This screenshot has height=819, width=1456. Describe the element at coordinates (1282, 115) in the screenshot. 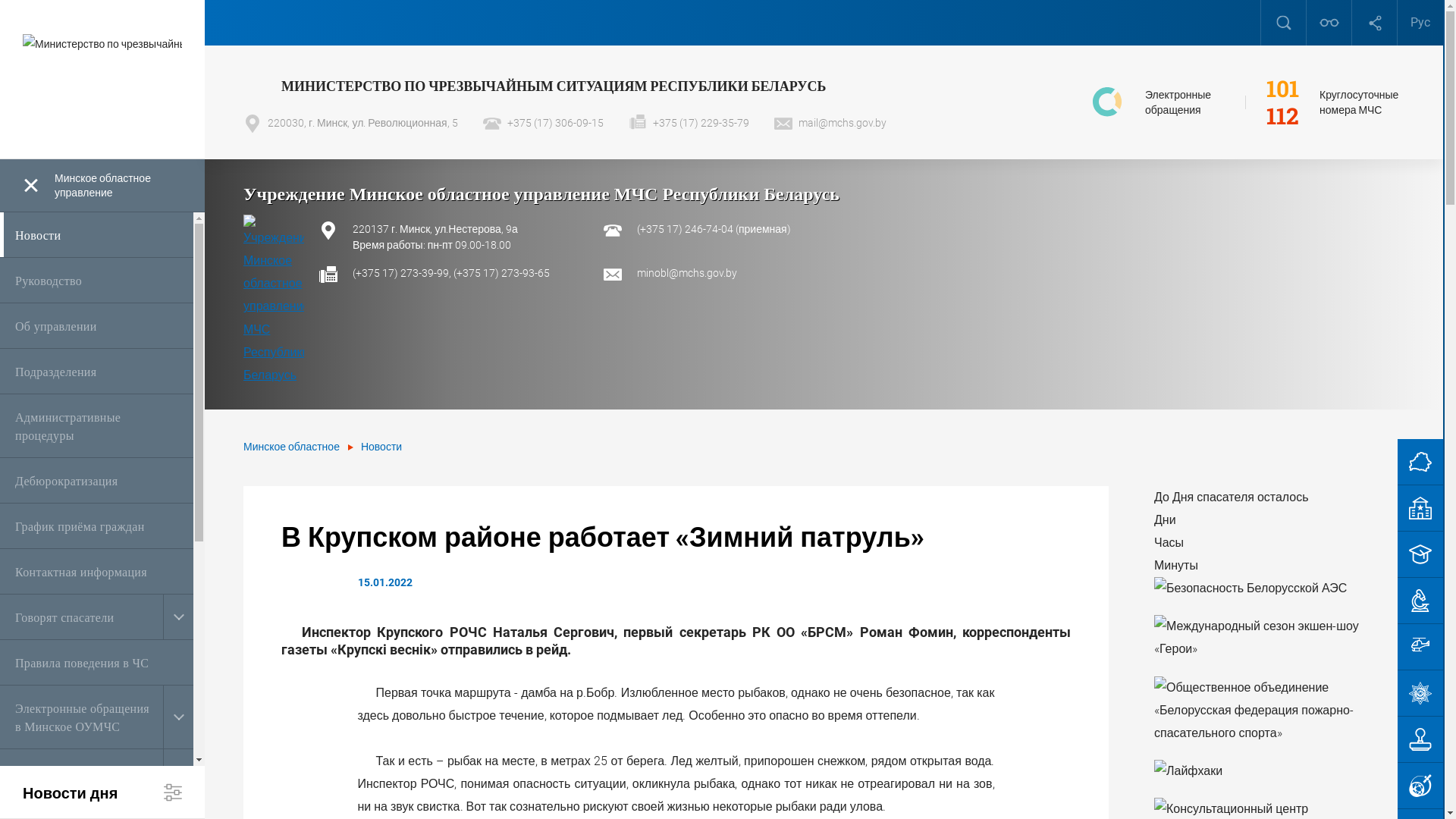

I see `'112'` at that location.